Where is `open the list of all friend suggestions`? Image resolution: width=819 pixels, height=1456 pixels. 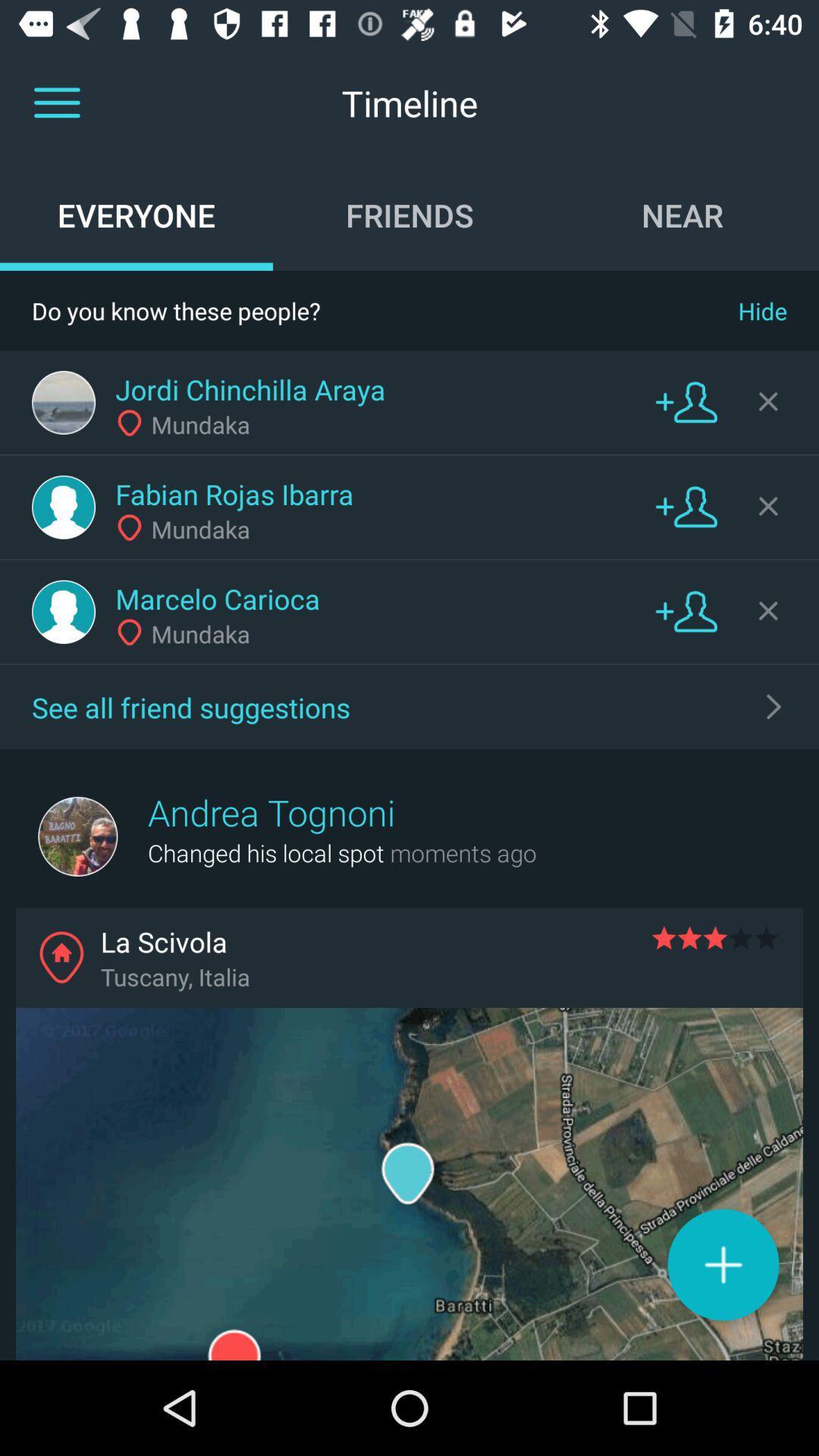 open the list of all friend suggestions is located at coordinates (774, 705).